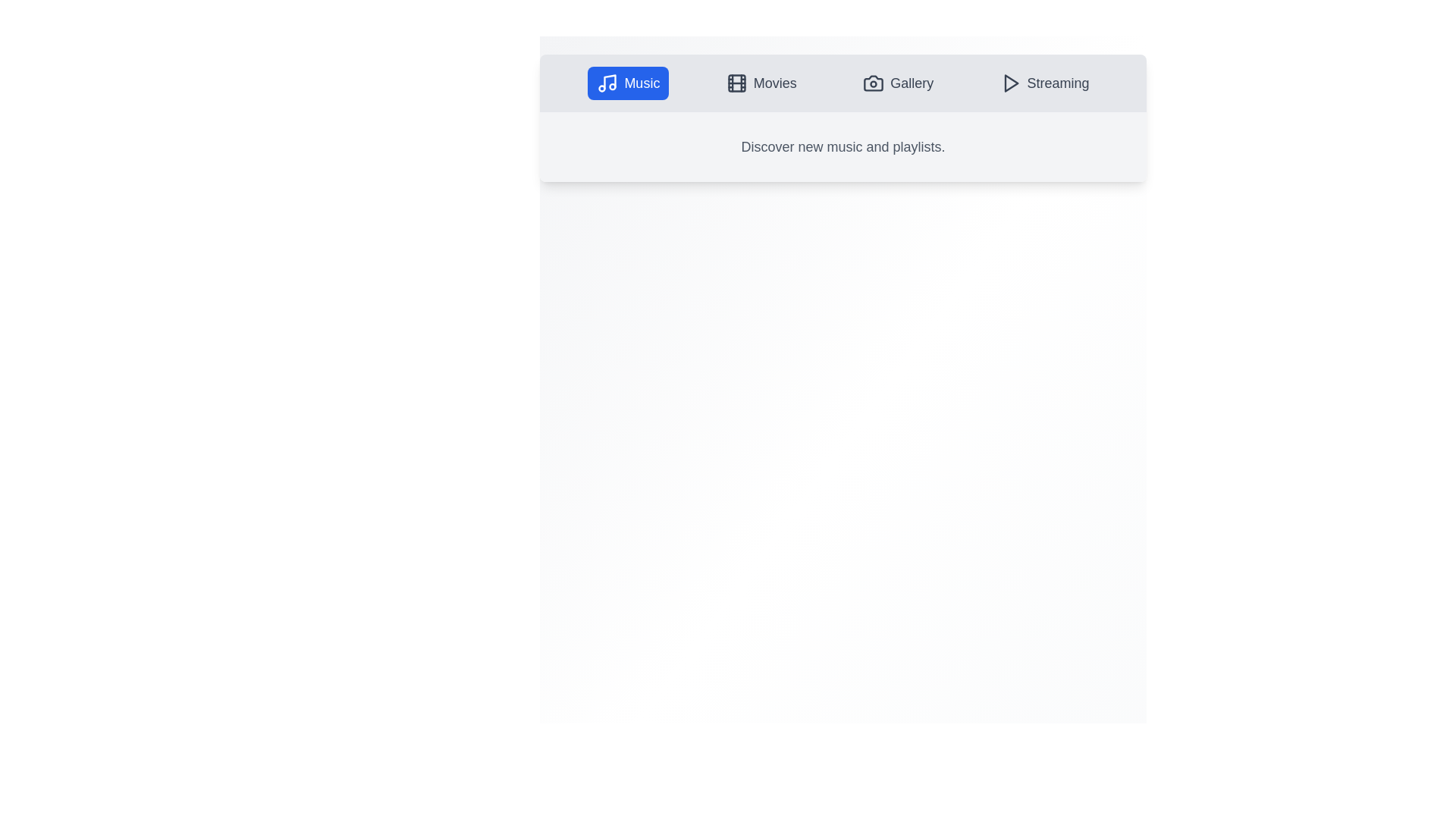 The width and height of the screenshot is (1456, 819). What do you see at coordinates (761, 83) in the screenshot?
I see `the tab labeled Movies` at bounding box center [761, 83].